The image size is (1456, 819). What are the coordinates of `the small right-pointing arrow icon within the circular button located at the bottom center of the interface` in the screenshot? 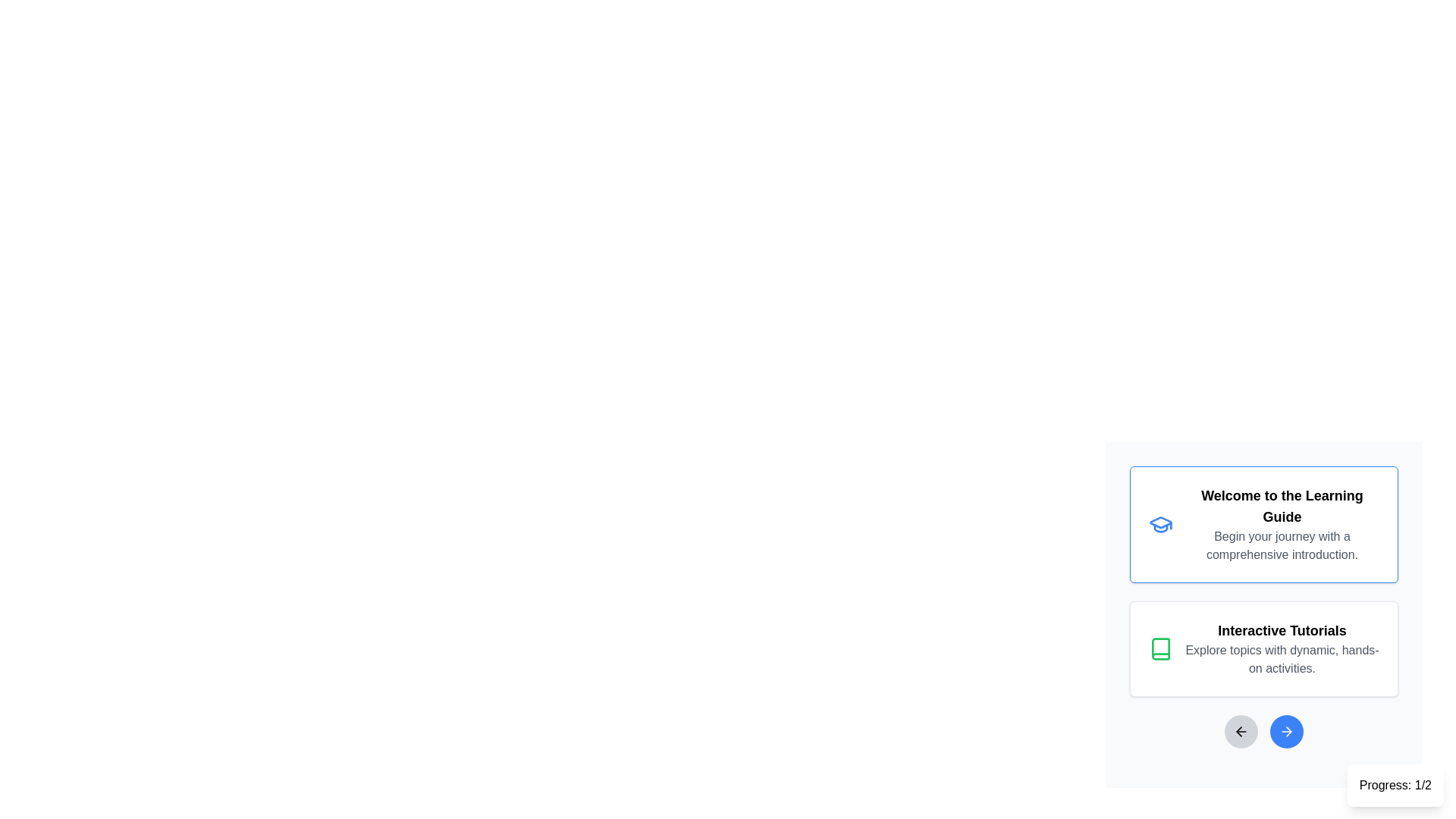 It's located at (1288, 730).